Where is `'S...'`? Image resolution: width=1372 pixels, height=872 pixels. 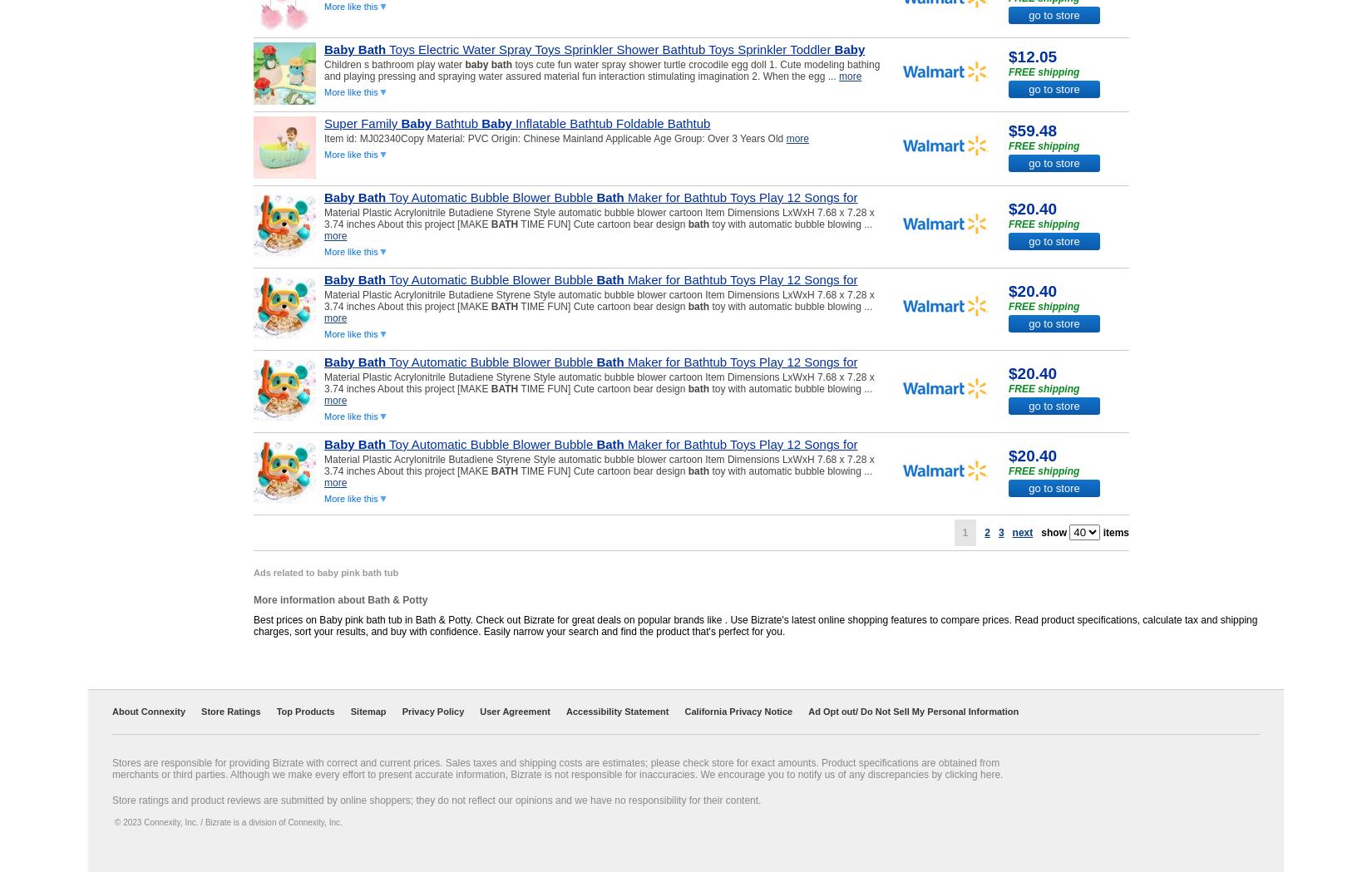
'S...' is located at coordinates (362, 63).